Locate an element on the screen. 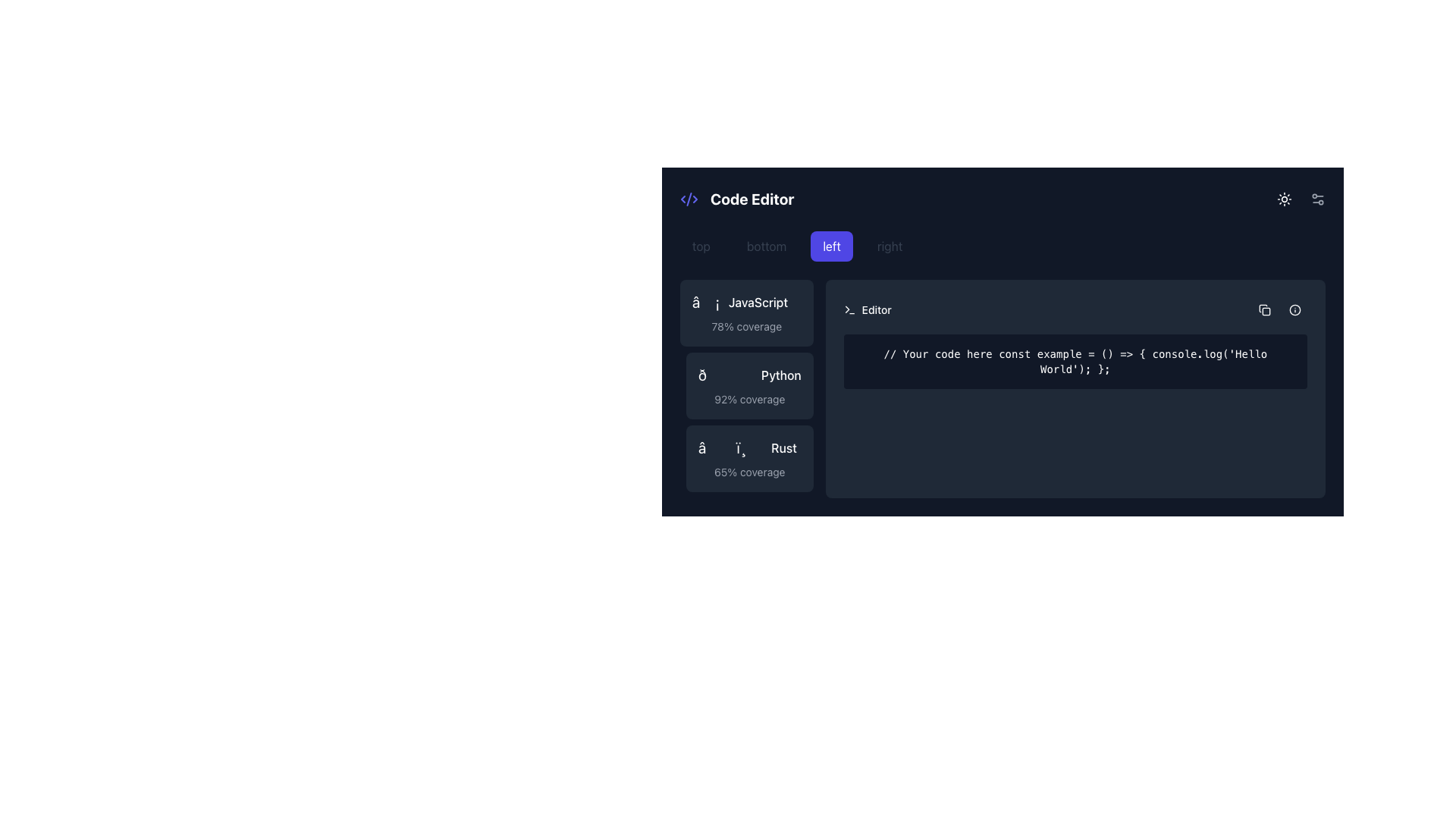 Image resolution: width=1456 pixels, height=819 pixels. the theme toggle button located in the upper-right corner of the interface is located at coordinates (1284, 198).